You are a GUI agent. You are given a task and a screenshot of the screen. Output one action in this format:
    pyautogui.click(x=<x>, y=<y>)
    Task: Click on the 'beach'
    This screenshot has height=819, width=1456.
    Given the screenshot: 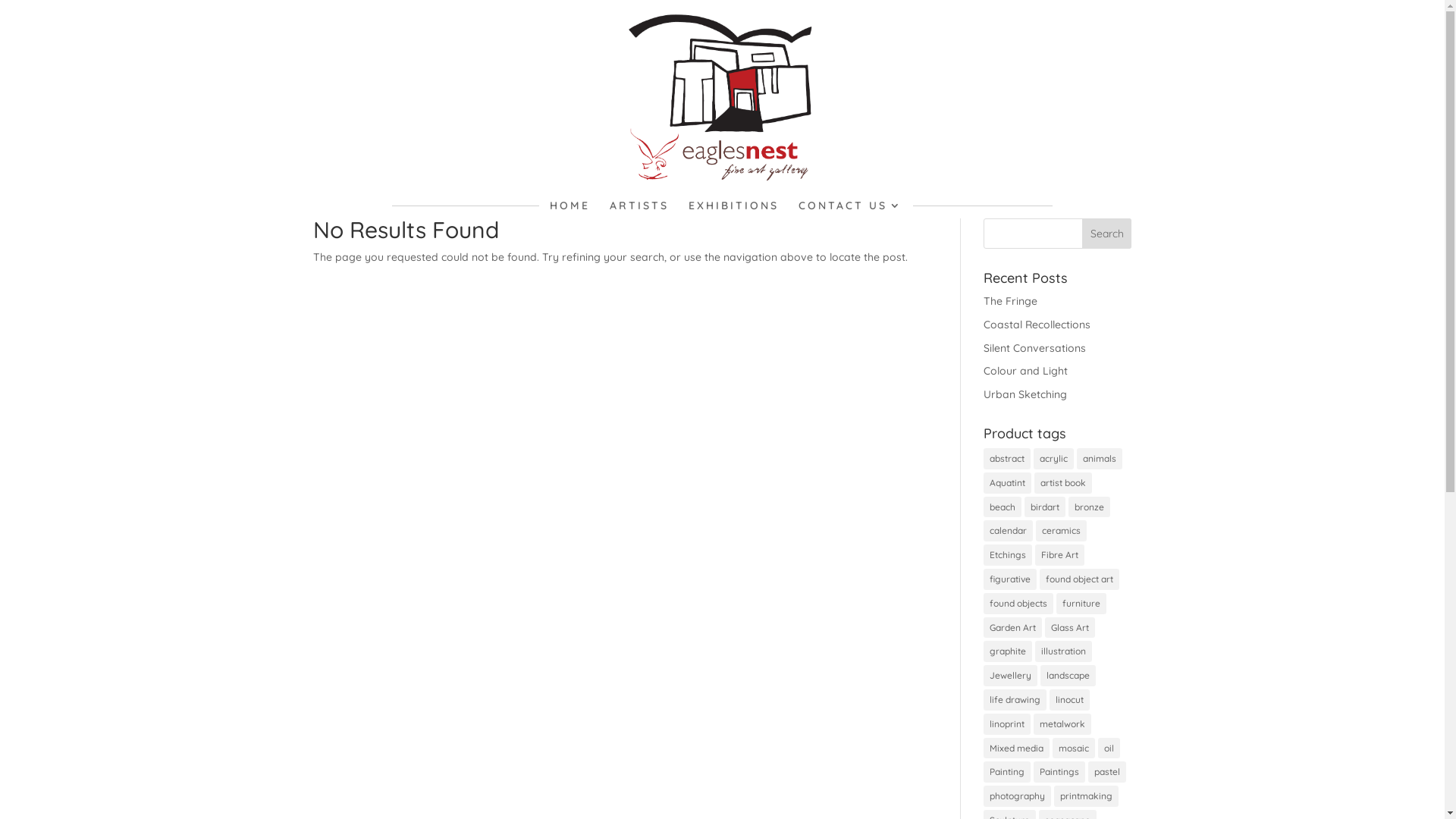 What is the action you would take?
    pyautogui.click(x=1002, y=507)
    